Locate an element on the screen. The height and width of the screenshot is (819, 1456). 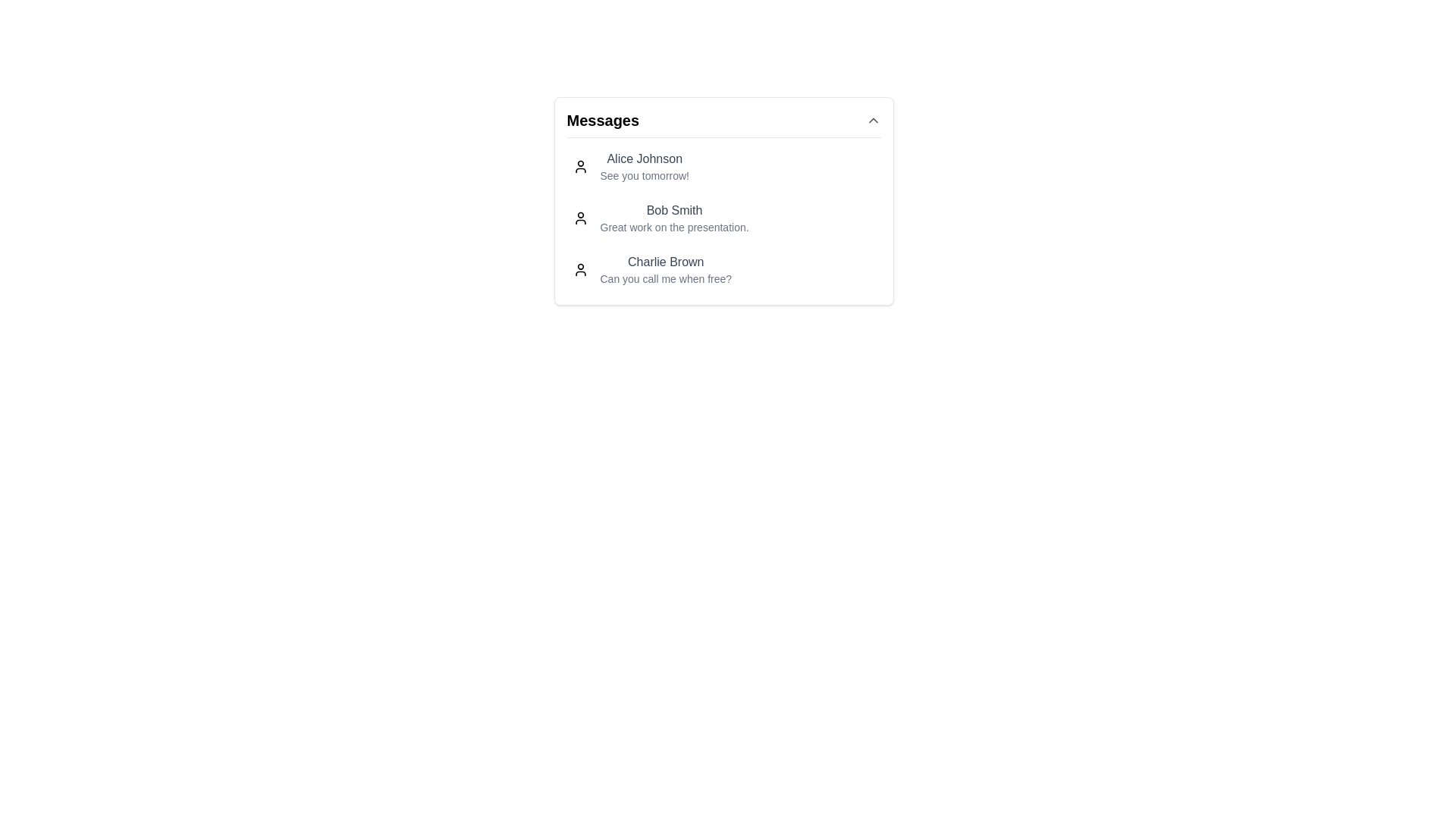
the static text label displaying 'Can you call me when free?' which is located below the name 'Charlie Brown' in the 'Messages' section is located at coordinates (666, 278).